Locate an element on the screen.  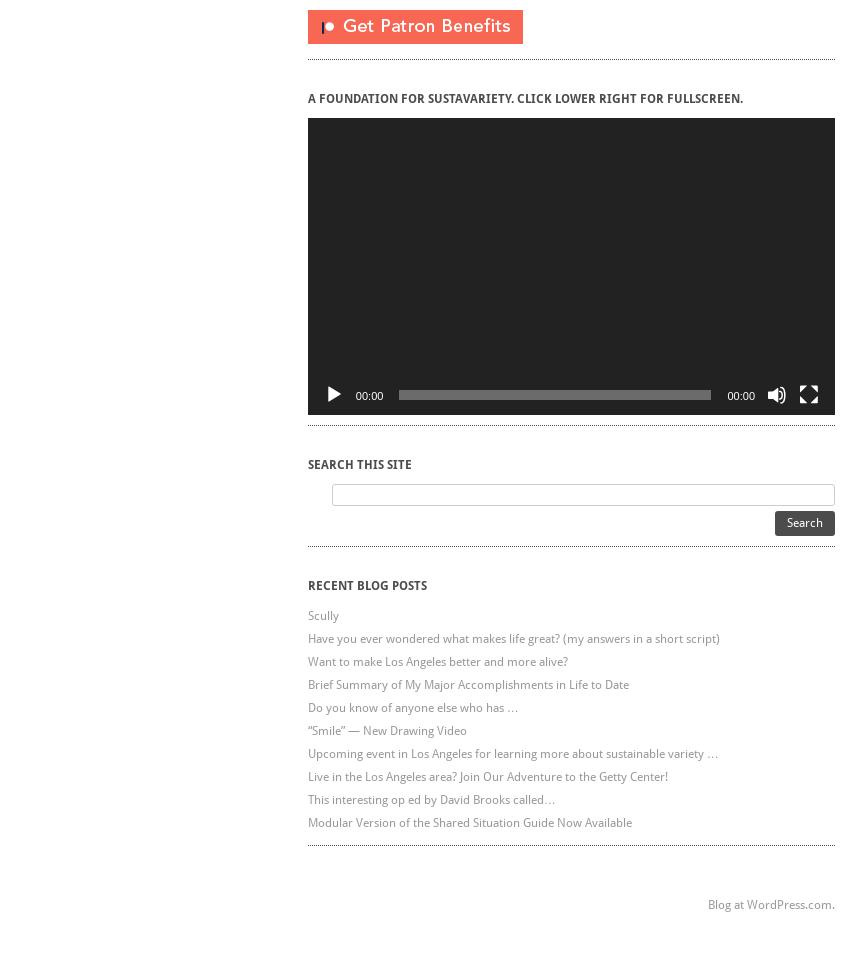
'a foundation for SustaVariety. Click lower right for fullscreen.' is located at coordinates (523, 98).